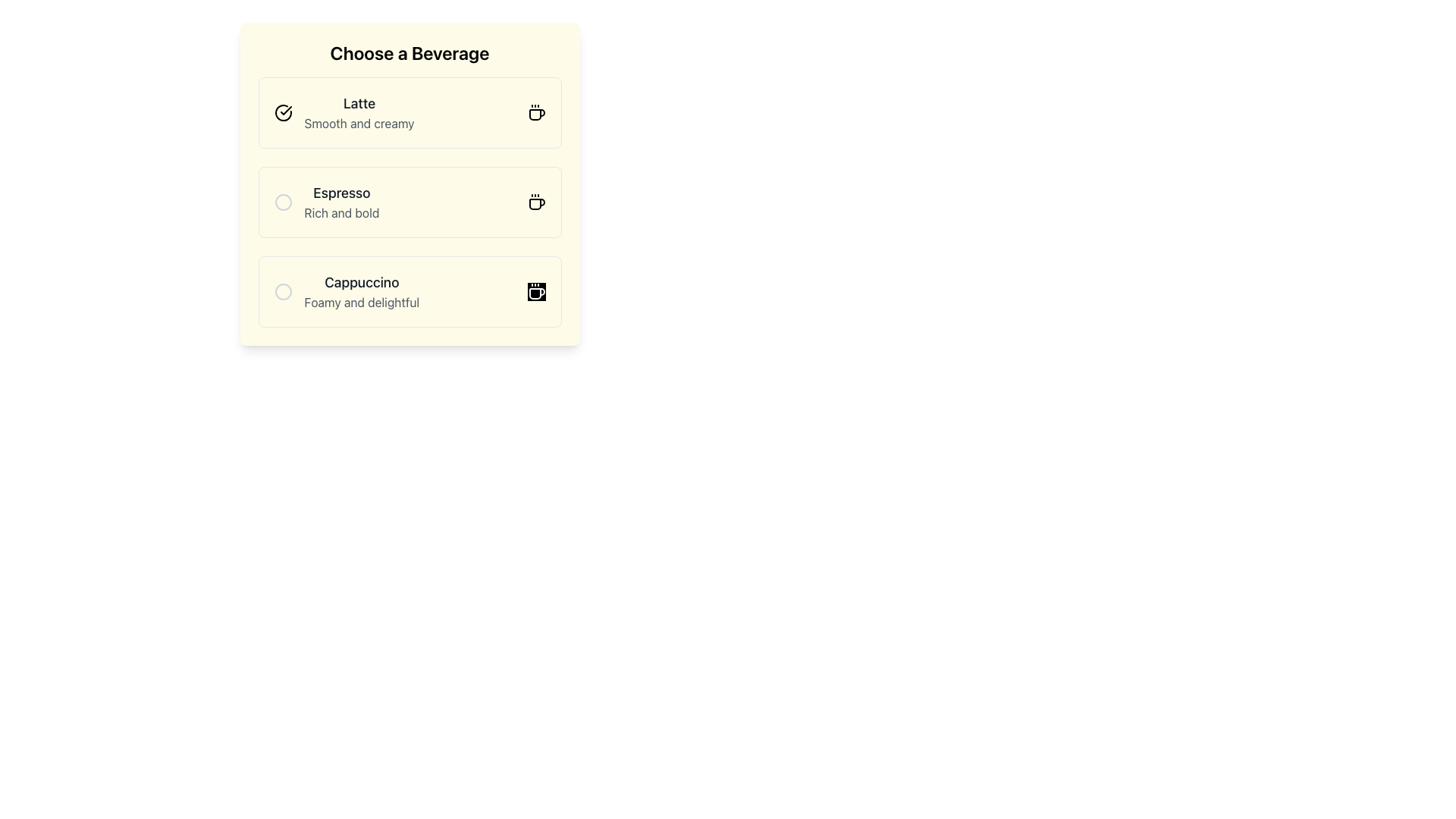 The height and width of the screenshot is (819, 1456). I want to click on the Text Label that describes the beverage 'Espresso', which is located below the 'Latte: Smooth and creamy' option and above 'Cappuccino: Foamy and delightful.', so click(341, 201).